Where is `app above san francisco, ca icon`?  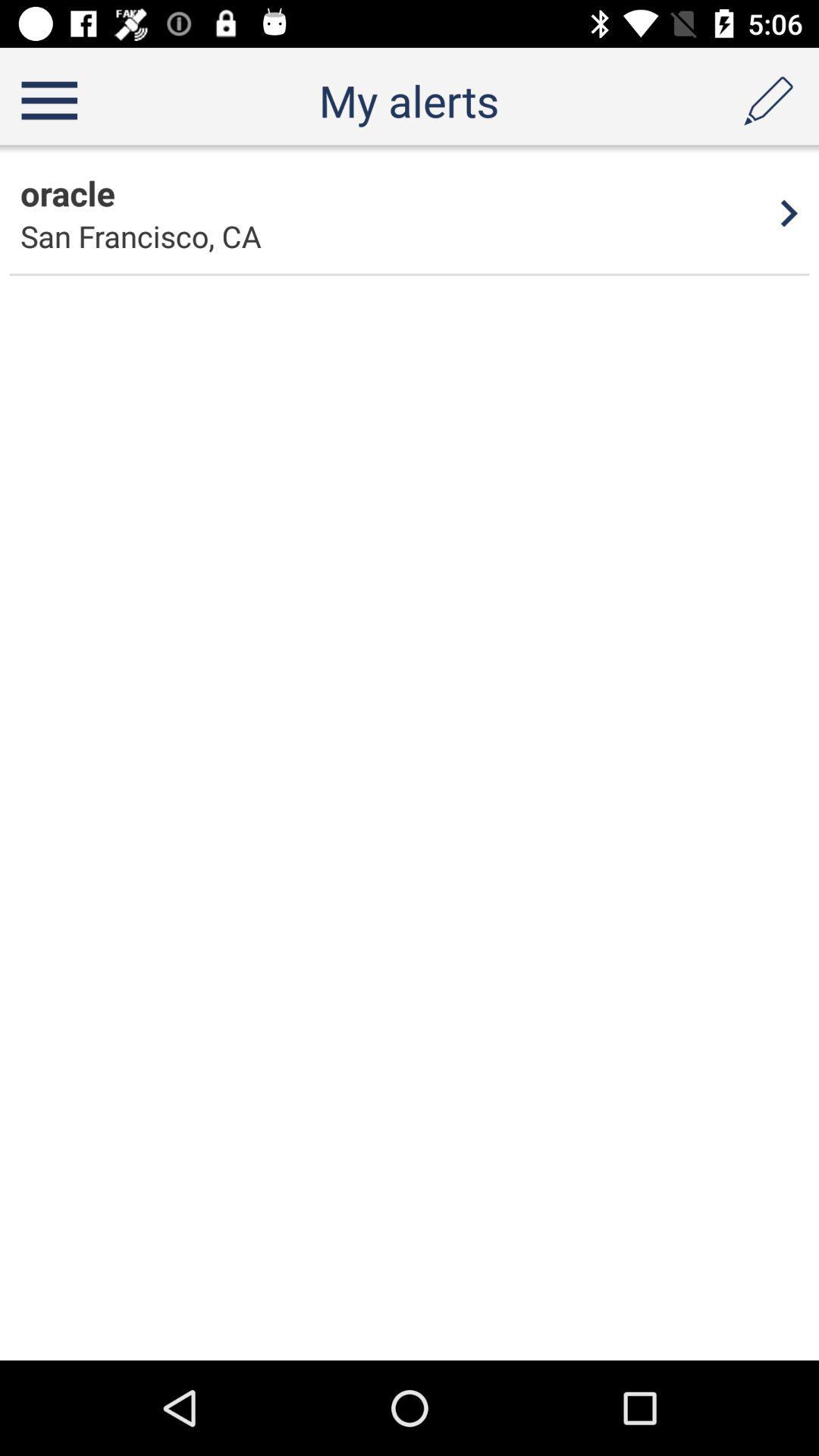 app above san francisco, ca icon is located at coordinates (67, 192).